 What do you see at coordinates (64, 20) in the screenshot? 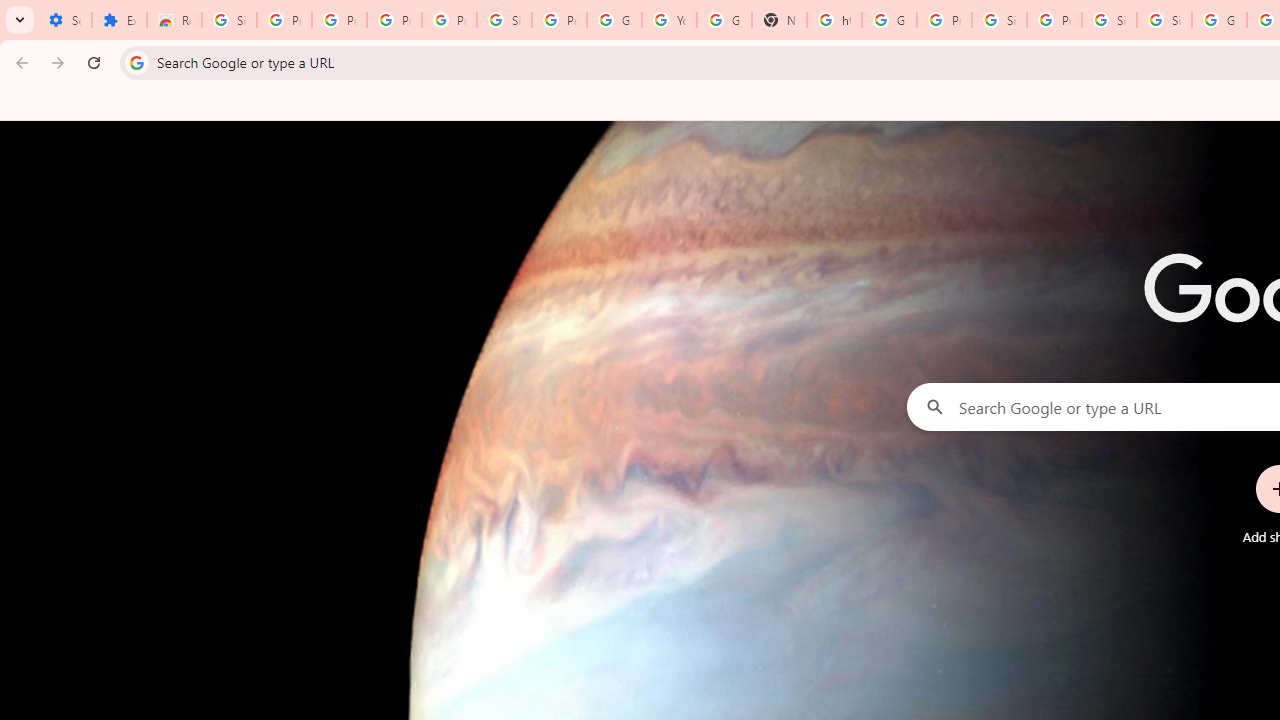
I see `'Settings - On startup'` at bounding box center [64, 20].